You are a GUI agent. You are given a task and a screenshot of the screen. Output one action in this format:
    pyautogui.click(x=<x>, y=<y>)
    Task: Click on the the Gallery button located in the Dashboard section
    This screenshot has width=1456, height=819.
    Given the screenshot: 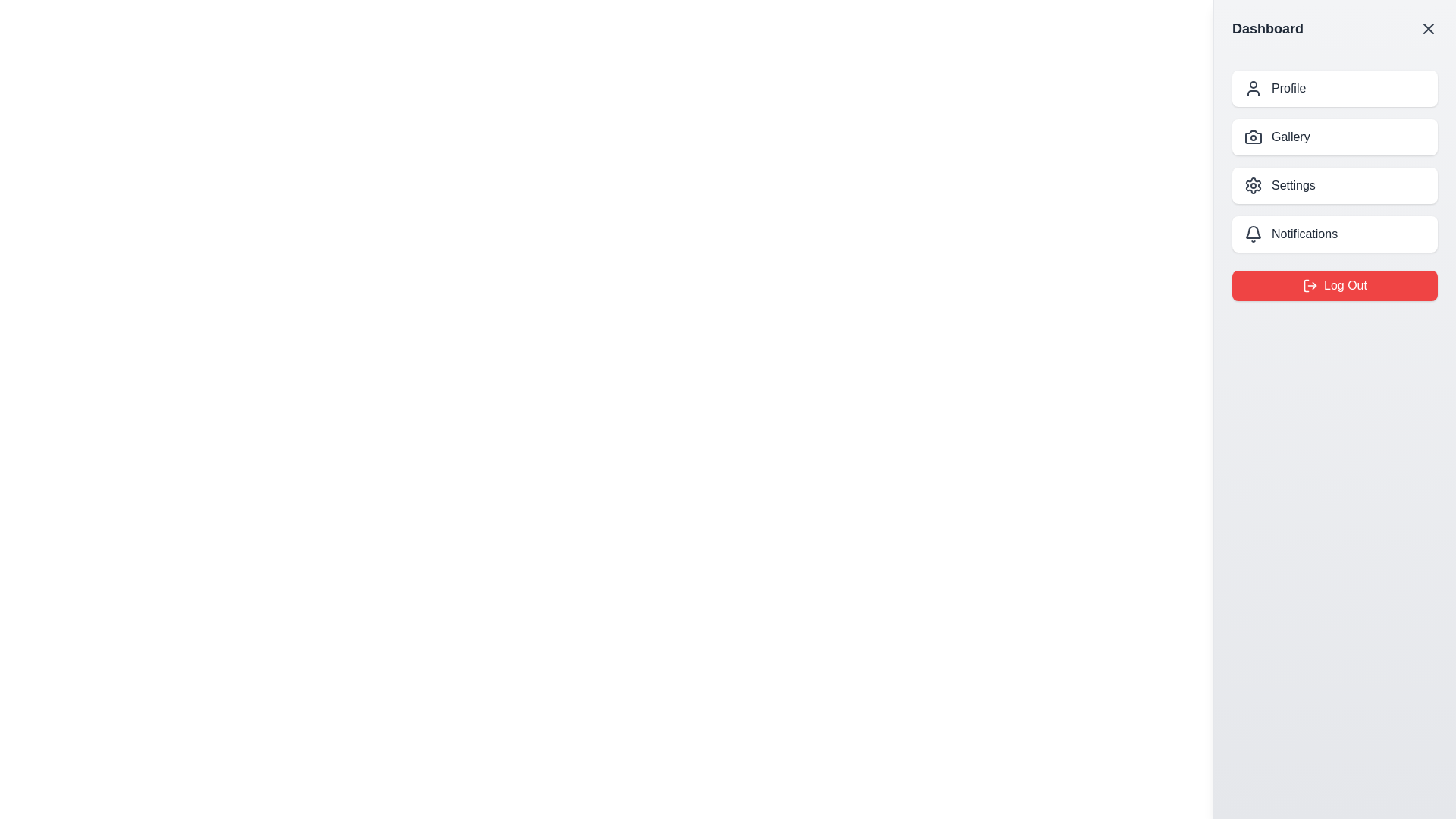 What is the action you would take?
    pyautogui.click(x=1335, y=137)
    